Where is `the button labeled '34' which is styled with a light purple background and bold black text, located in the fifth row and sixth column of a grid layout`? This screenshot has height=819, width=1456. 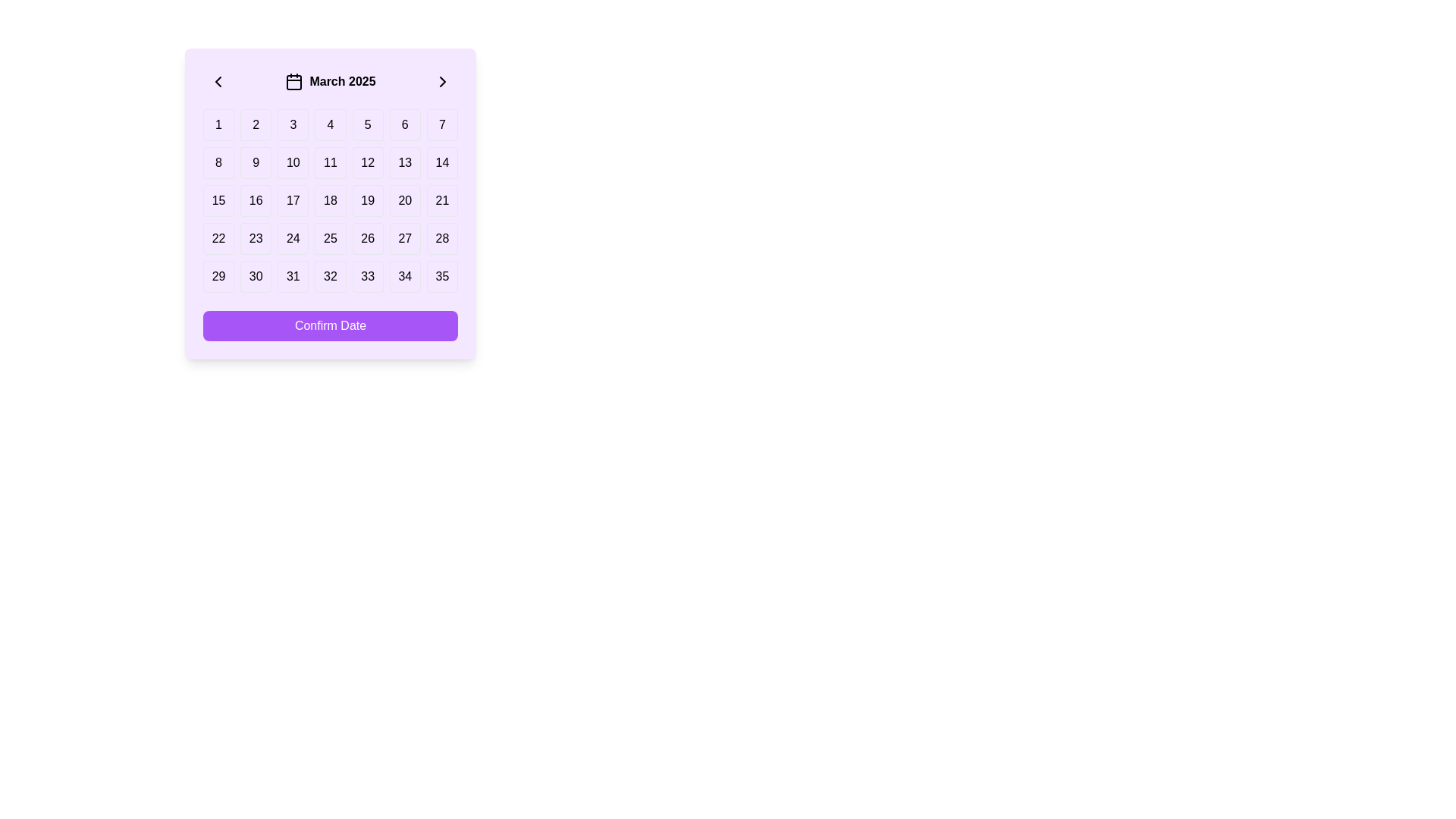
the button labeled '34' which is styled with a light purple background and bold black text, located in the fifth row and sixth column of a grid layout is located at coordinates (405, 277).